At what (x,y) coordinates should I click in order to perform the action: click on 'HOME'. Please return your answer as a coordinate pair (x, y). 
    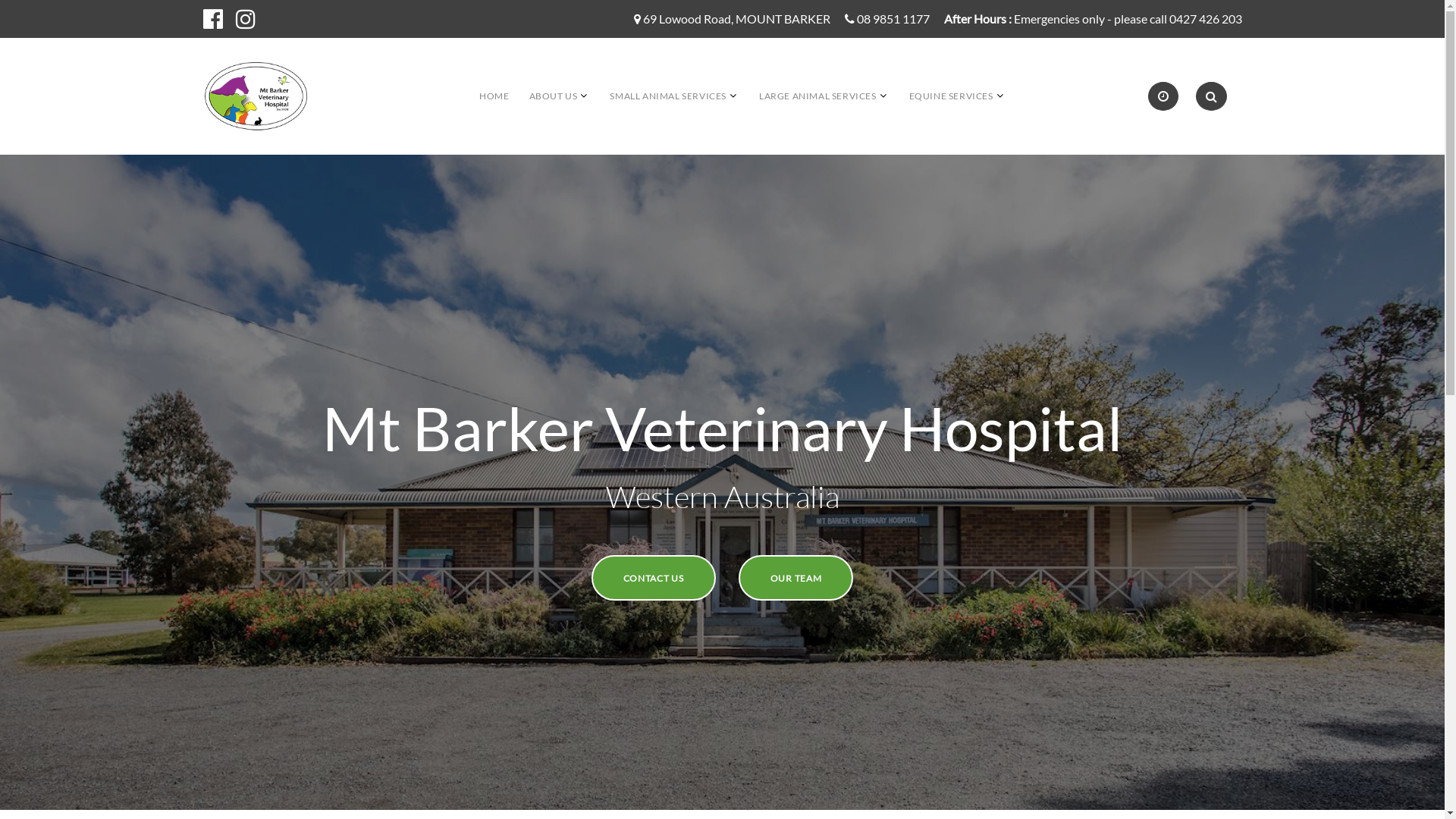
    Looking at the image, I should click on (494, 96).